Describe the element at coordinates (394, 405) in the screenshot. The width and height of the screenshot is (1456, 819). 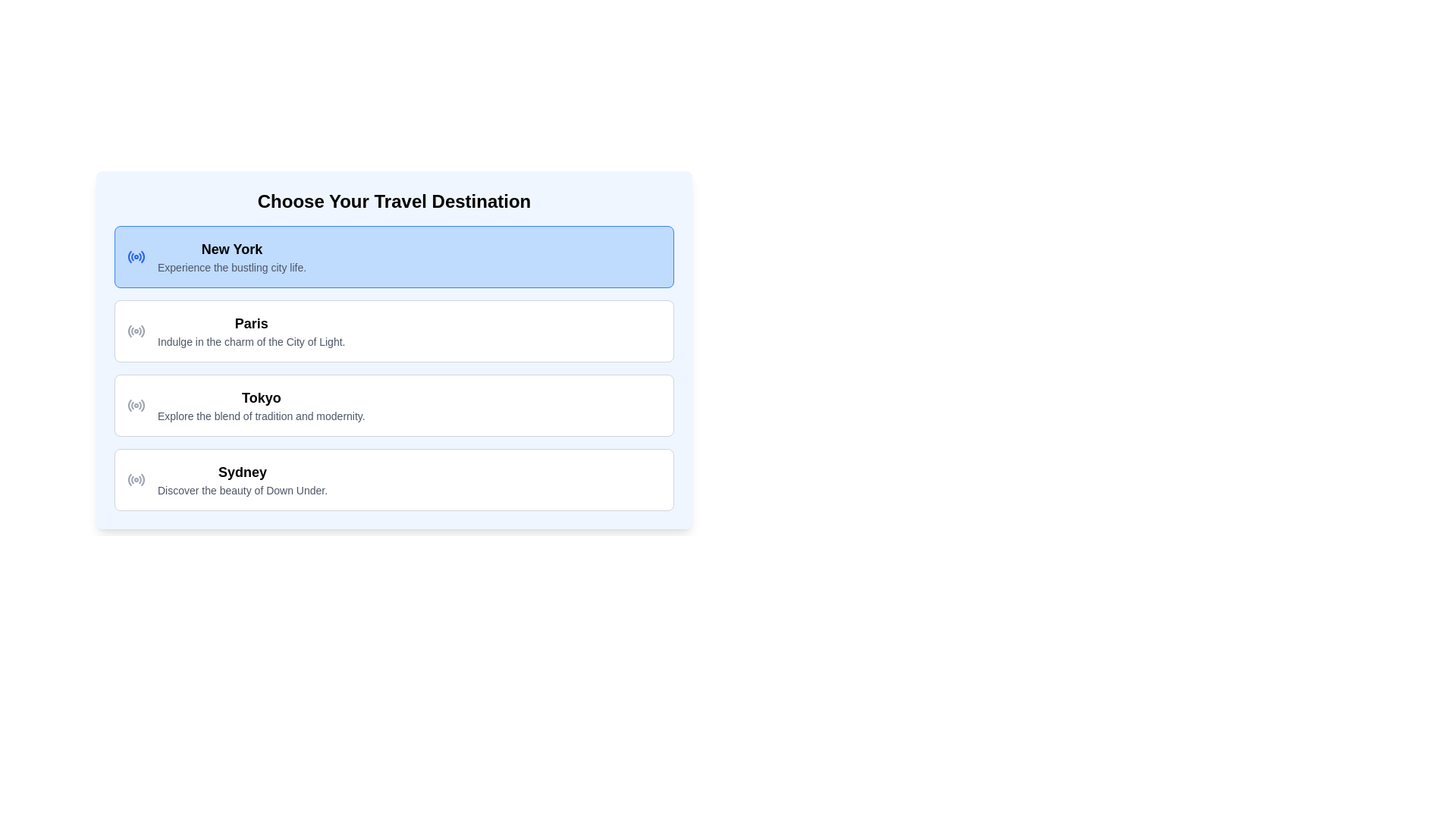
I see `the selectable list item labeled 'Tokyo' for accessibility` at that location.